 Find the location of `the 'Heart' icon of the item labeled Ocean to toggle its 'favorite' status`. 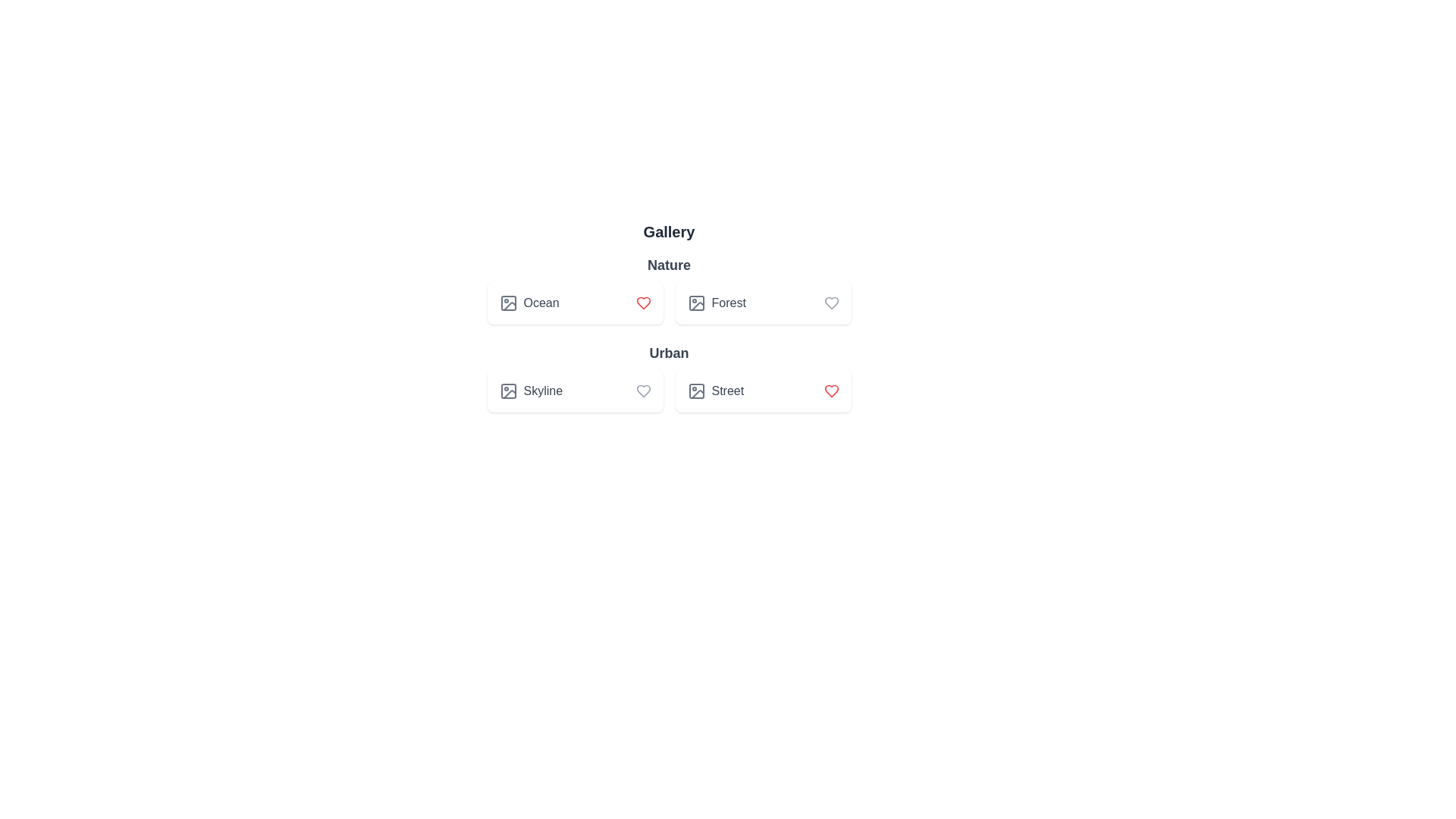

the 'Heart' icon of the item labeled Ocean to toggle its 'favorite' status is located at coordinates (643, 303).